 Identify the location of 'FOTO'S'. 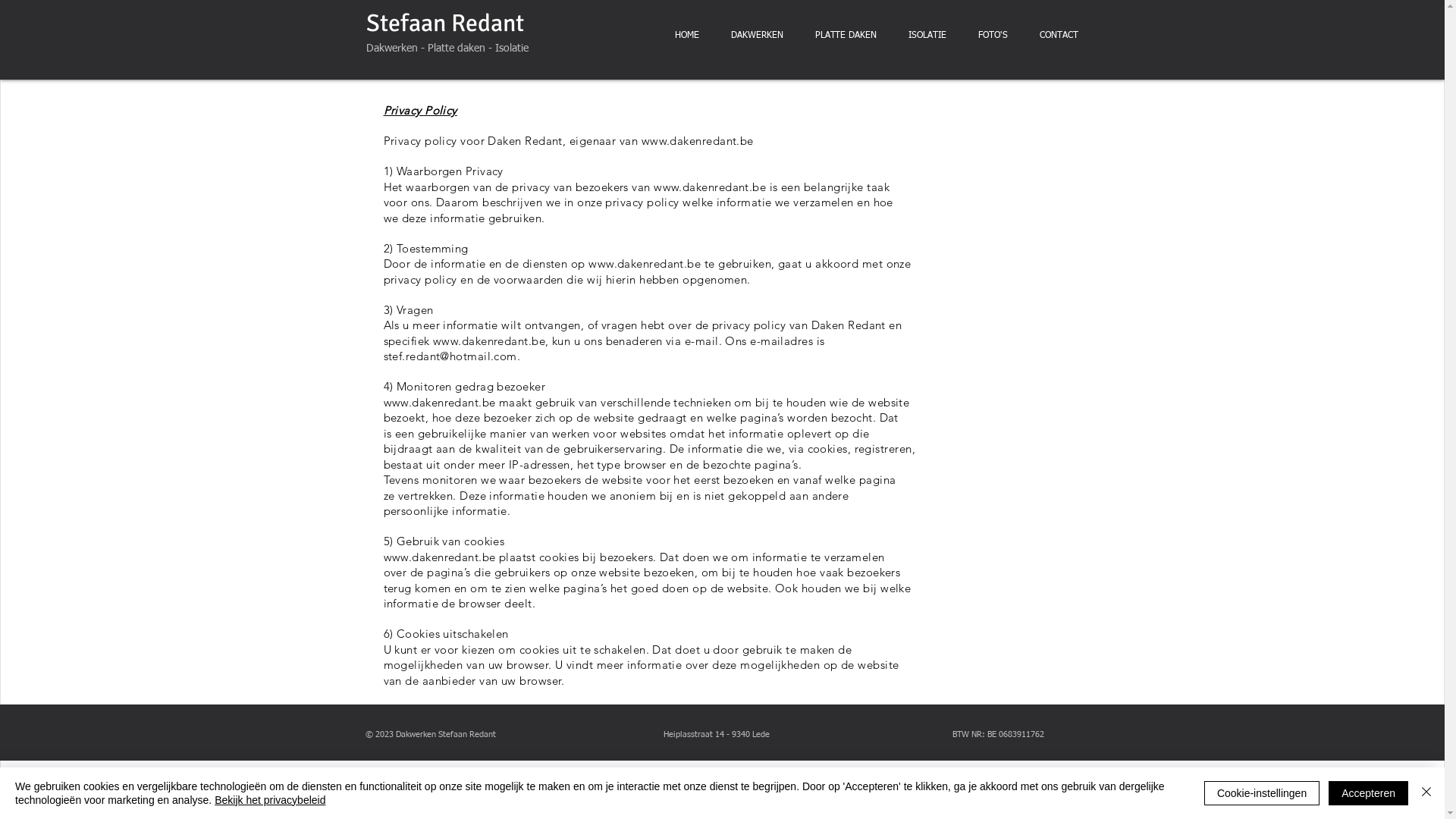
(992, 35).